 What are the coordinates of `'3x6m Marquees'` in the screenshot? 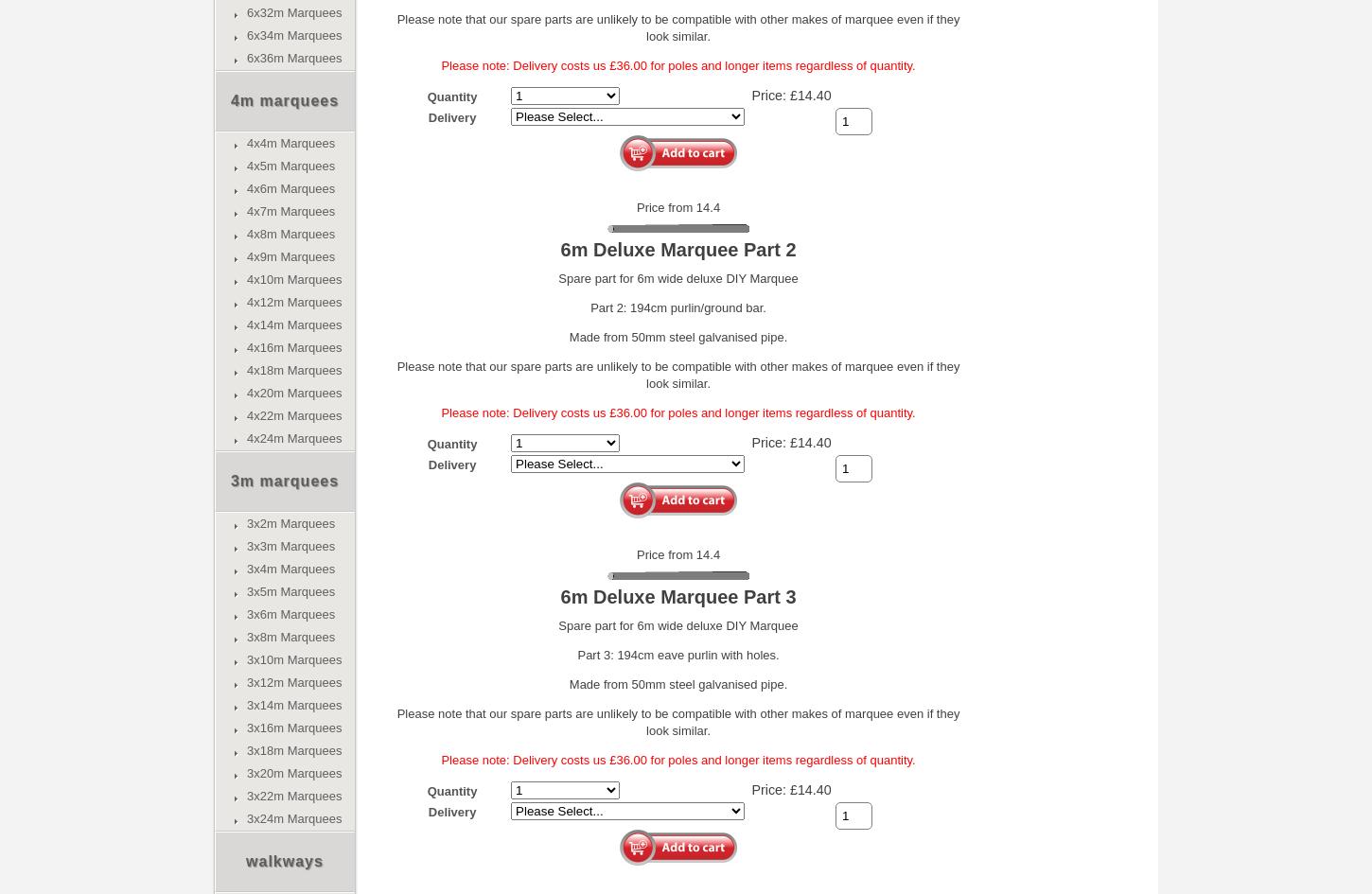 It's located at (290, 613).